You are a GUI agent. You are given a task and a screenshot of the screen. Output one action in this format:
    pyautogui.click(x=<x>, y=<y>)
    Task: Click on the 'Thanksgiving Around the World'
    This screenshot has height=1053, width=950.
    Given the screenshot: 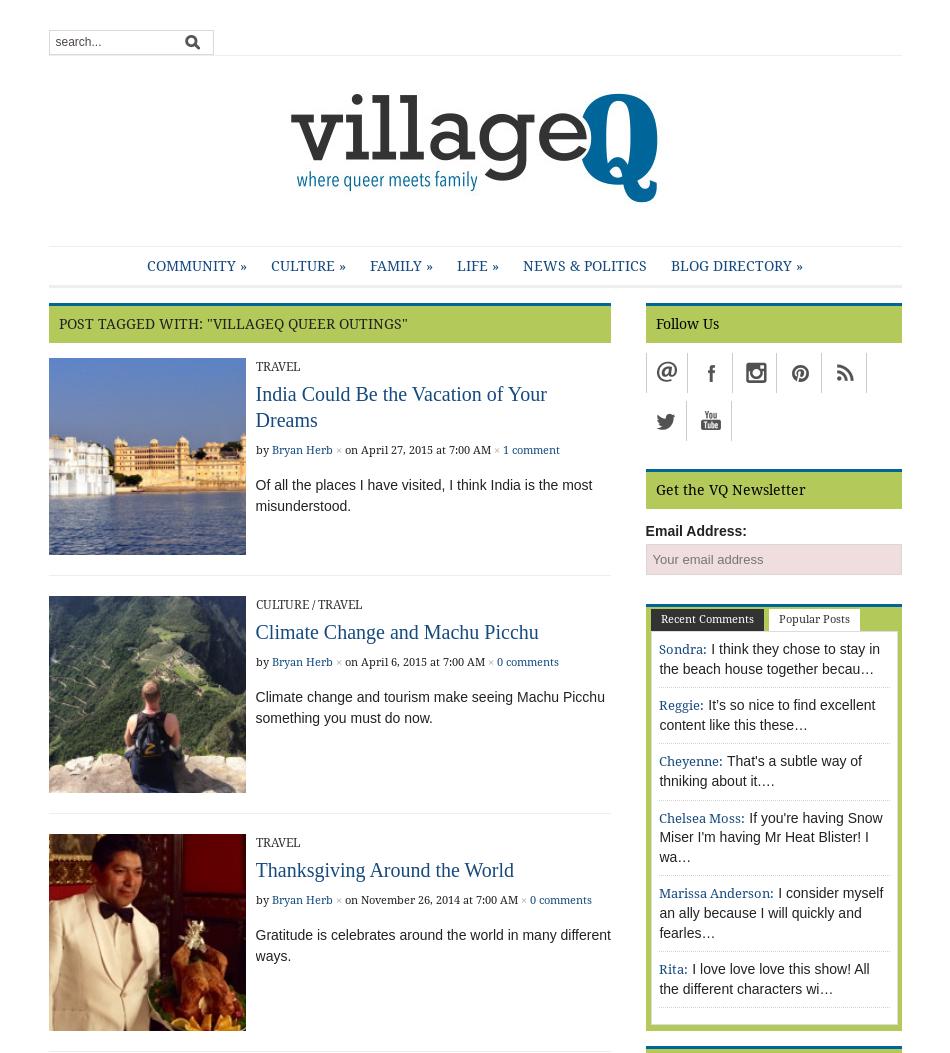 What is the action you would take?
    pyautogui.click(x=383, y=869)
    